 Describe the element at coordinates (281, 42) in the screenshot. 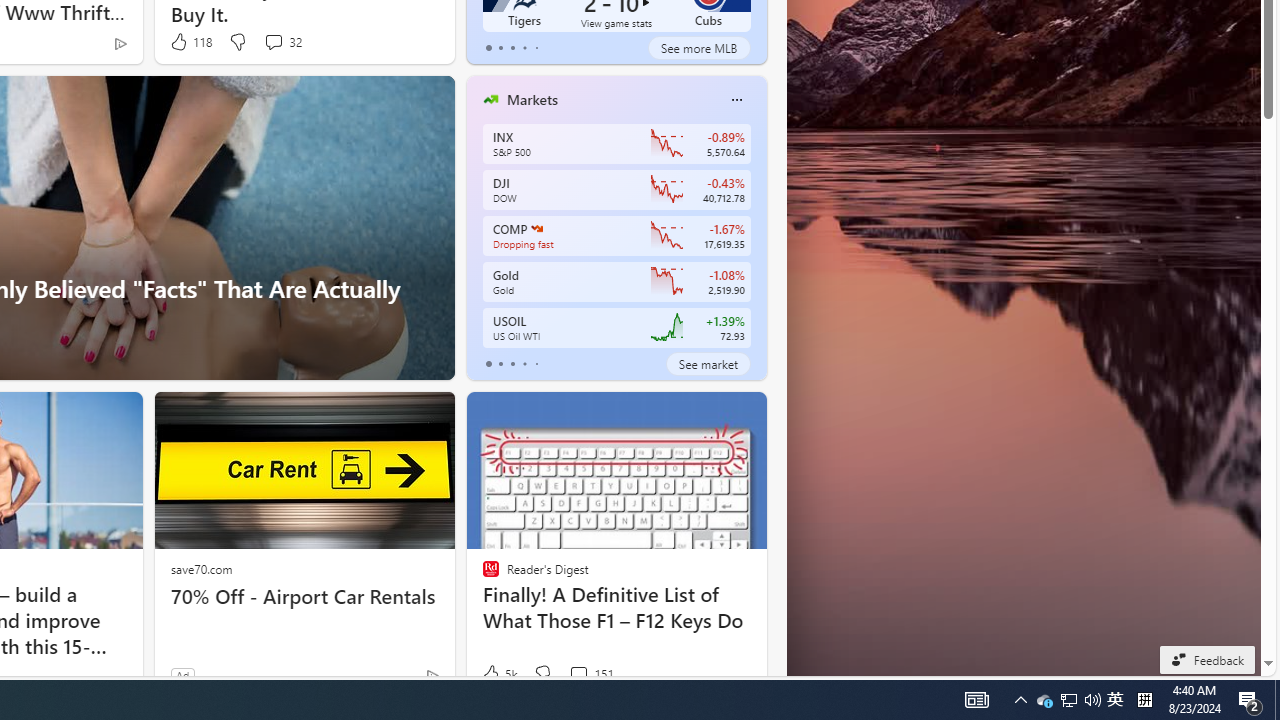

I see `'View comments 32 Comment'` at that location.